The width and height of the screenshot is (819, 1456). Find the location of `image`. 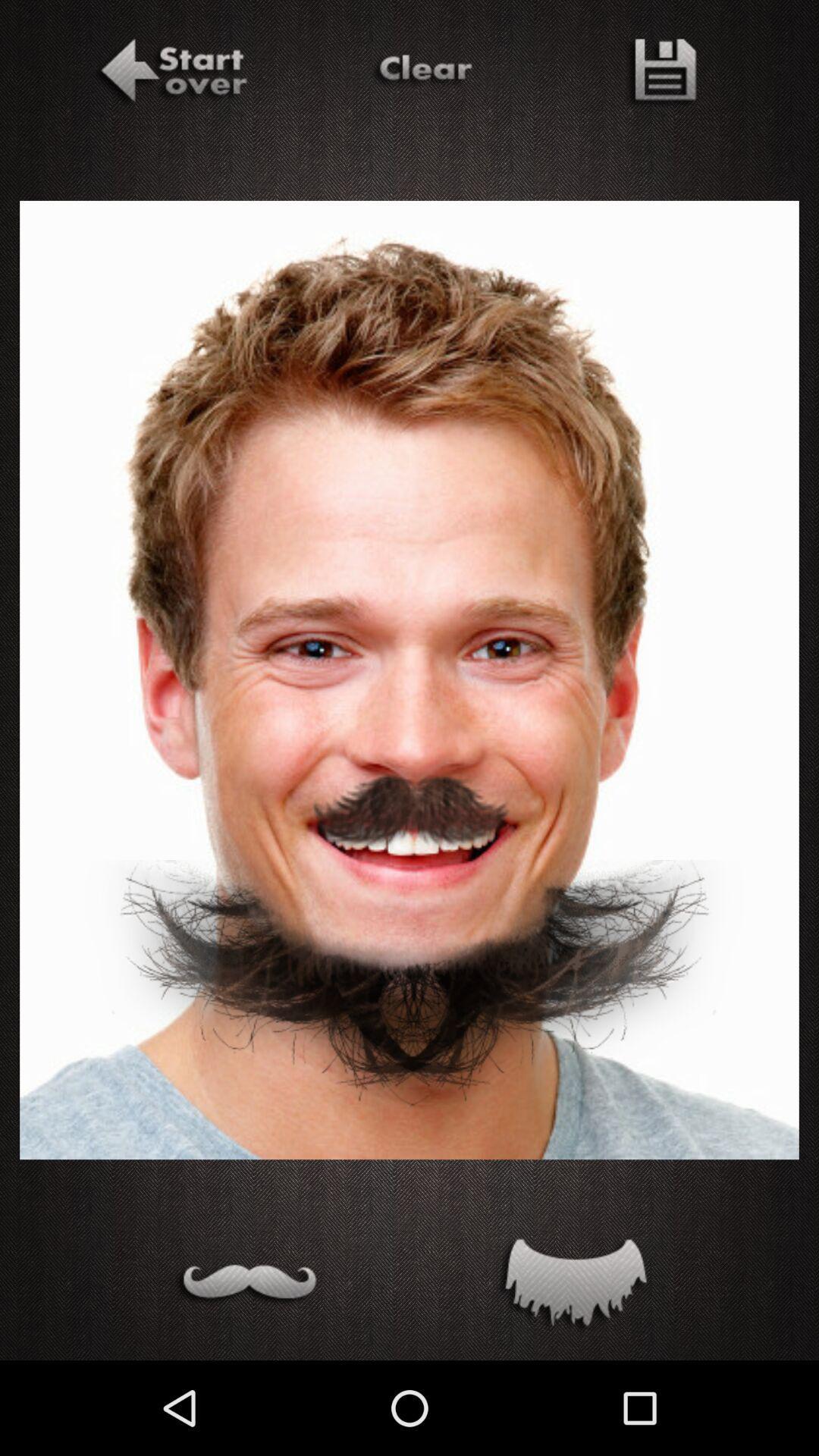

image is located at coordinates (660, 73).